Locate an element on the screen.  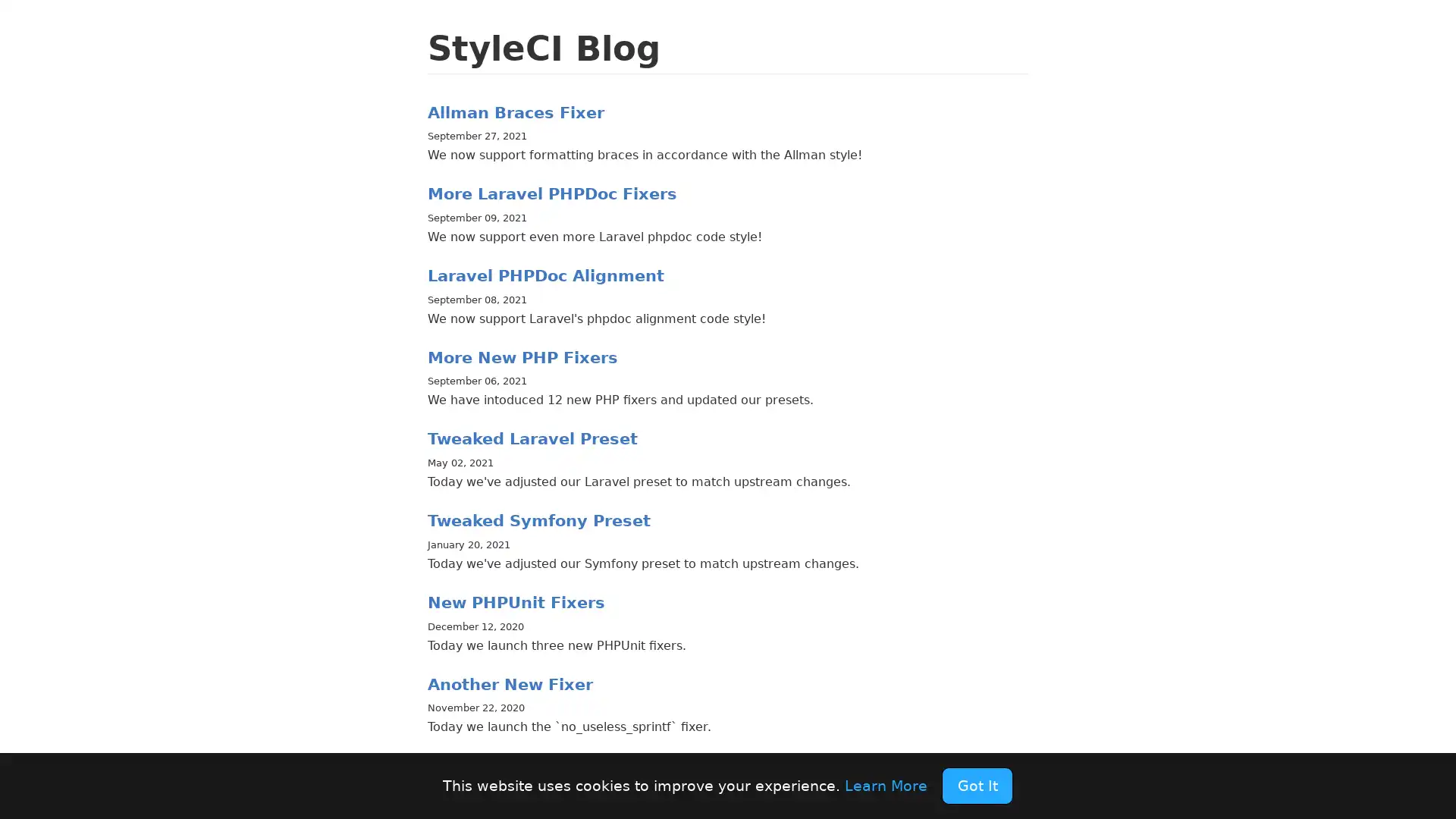
Got It is located at coordinates (977, 785).